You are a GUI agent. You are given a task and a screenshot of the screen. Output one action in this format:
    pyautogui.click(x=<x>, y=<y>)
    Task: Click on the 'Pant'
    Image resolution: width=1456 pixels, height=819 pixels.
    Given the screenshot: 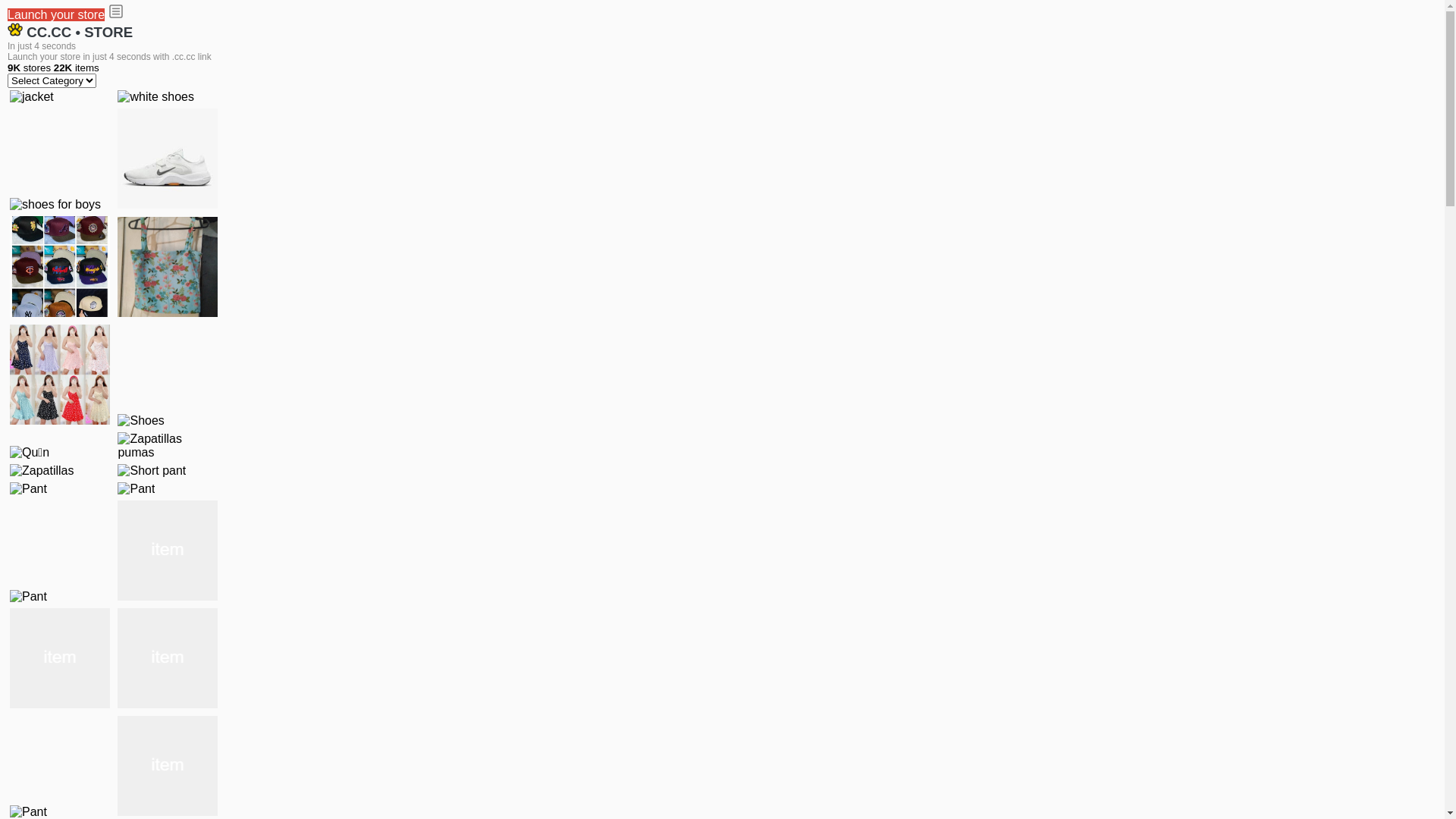 What is the action you would take?
    pyautogui.click(x=28, y=488)
    